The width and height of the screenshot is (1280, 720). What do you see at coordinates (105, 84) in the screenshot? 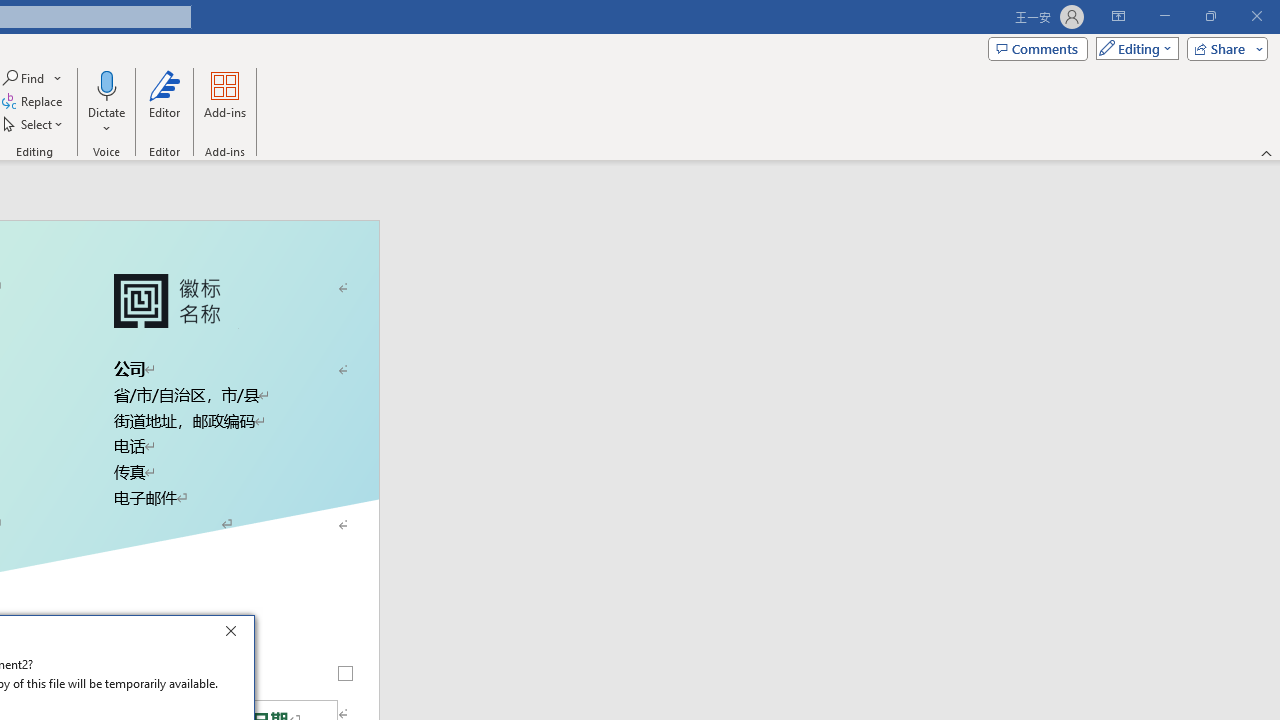
I see `'Dictate'` at bounding box center [105, 84].